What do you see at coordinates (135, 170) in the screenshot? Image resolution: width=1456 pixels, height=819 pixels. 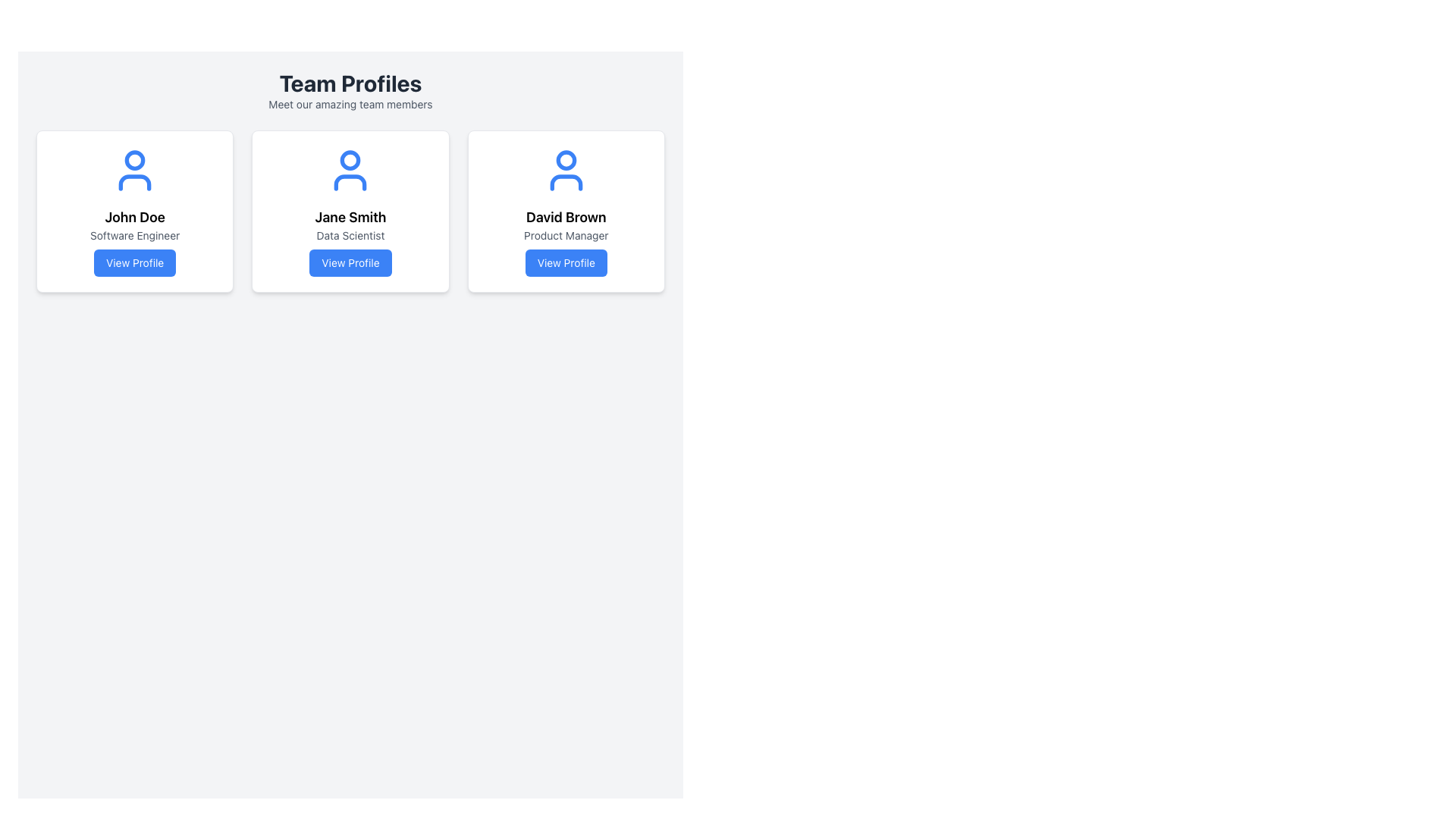 I see `the icon representing the user 'John Doe', which is centrally positioned at the top of the card above the text 'Software Engineer' and the button labeled 'View Profile'` at bounding box center [135, 170].